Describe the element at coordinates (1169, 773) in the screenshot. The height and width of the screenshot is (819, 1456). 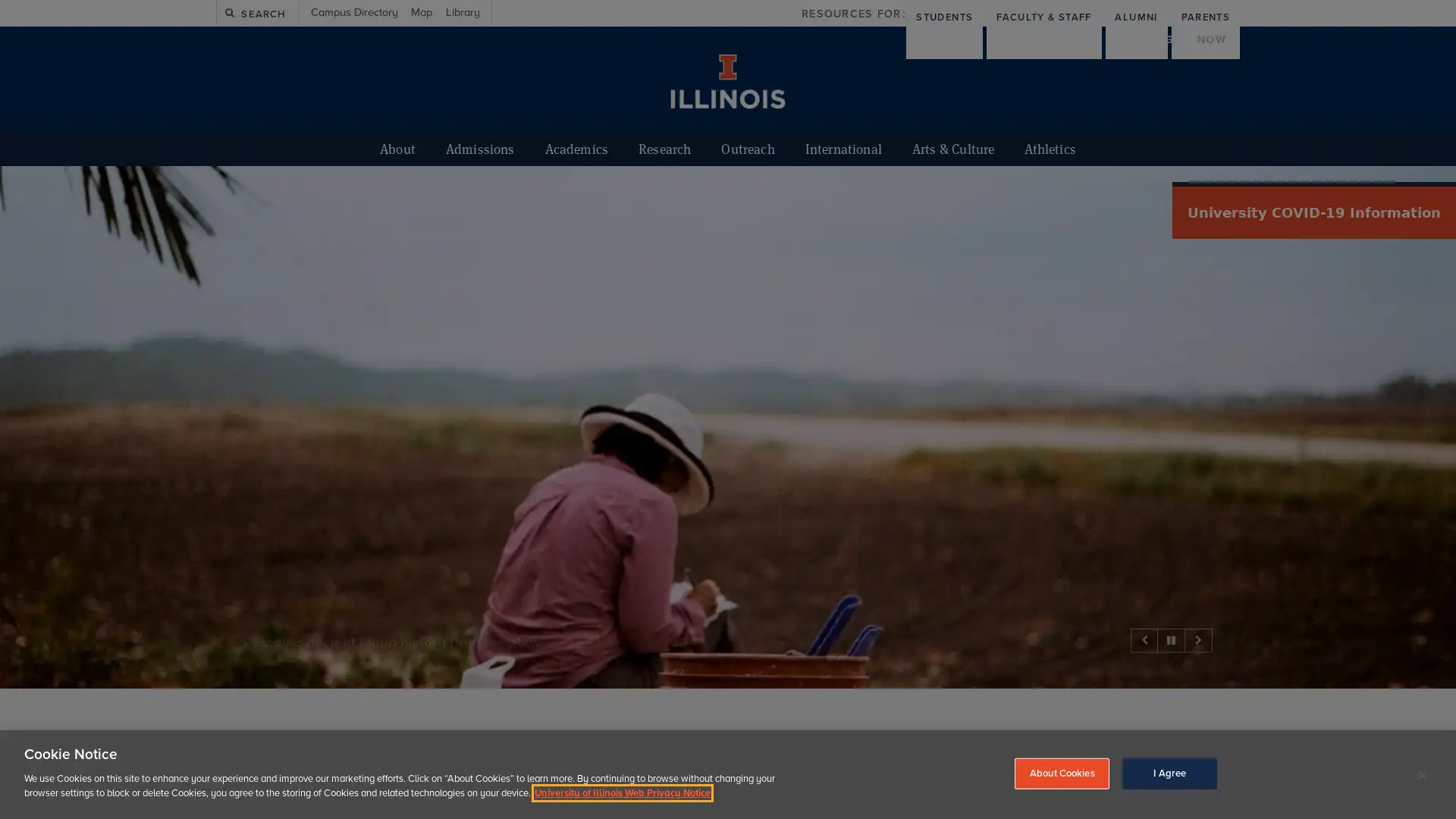
I see `I Agree` at that location.